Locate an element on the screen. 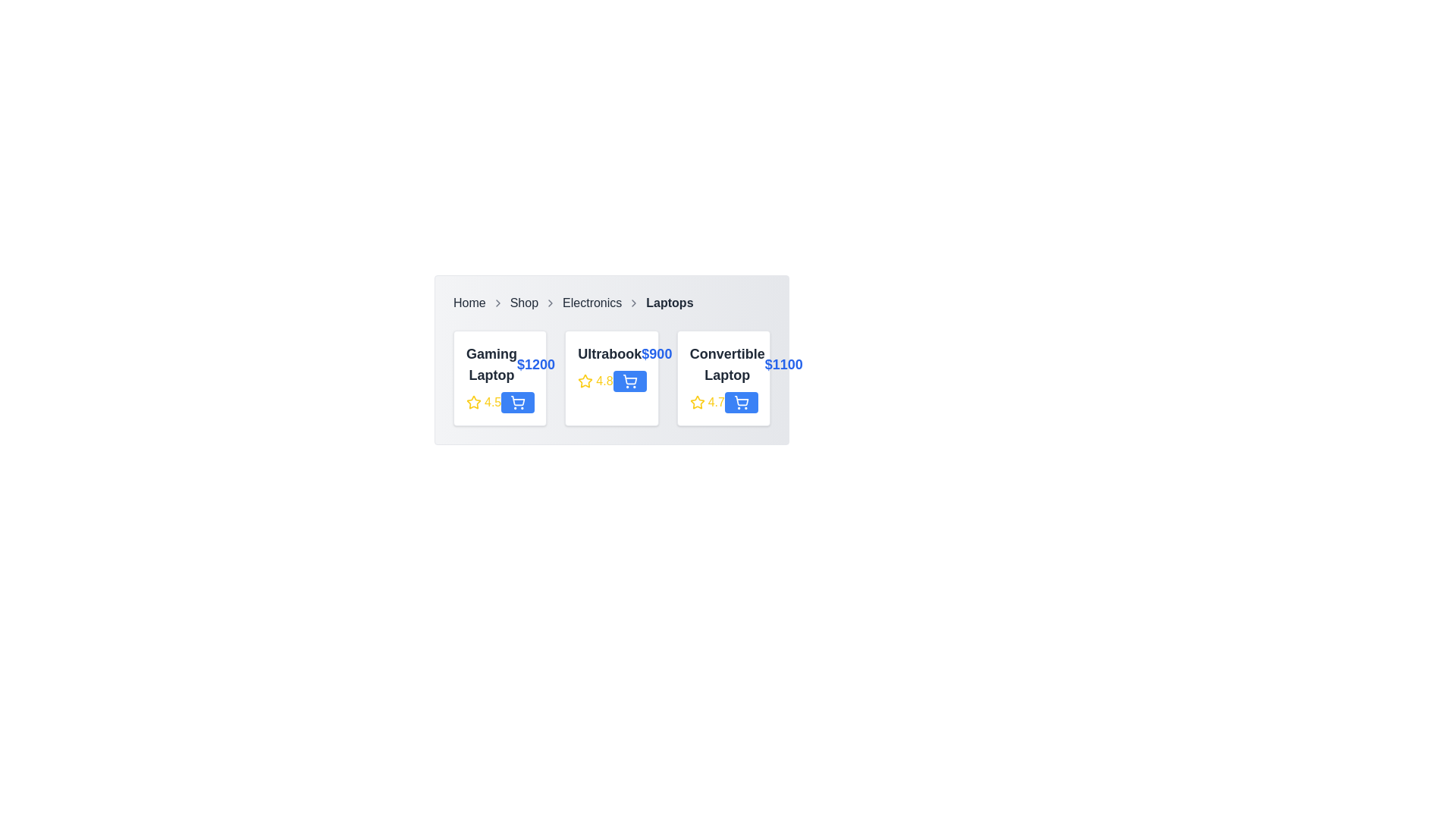 This screenshot has width=1456, height=819. the 'Gaming Laptop' text display and related elements in the card located at the upper-left section of the card is located at coordinates (500, 365).